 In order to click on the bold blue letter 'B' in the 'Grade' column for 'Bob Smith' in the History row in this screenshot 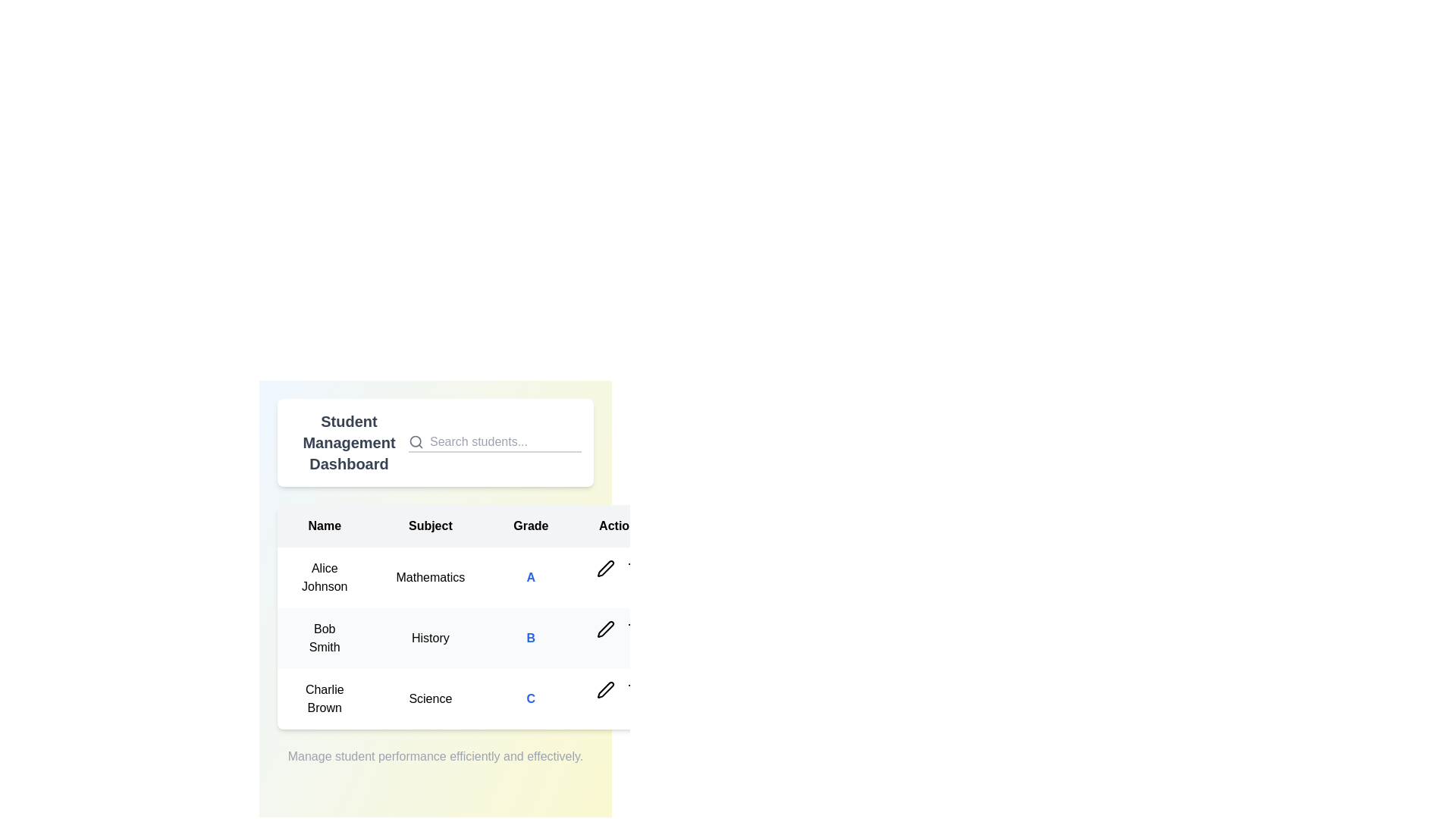, I will do `click(531, 638)`.